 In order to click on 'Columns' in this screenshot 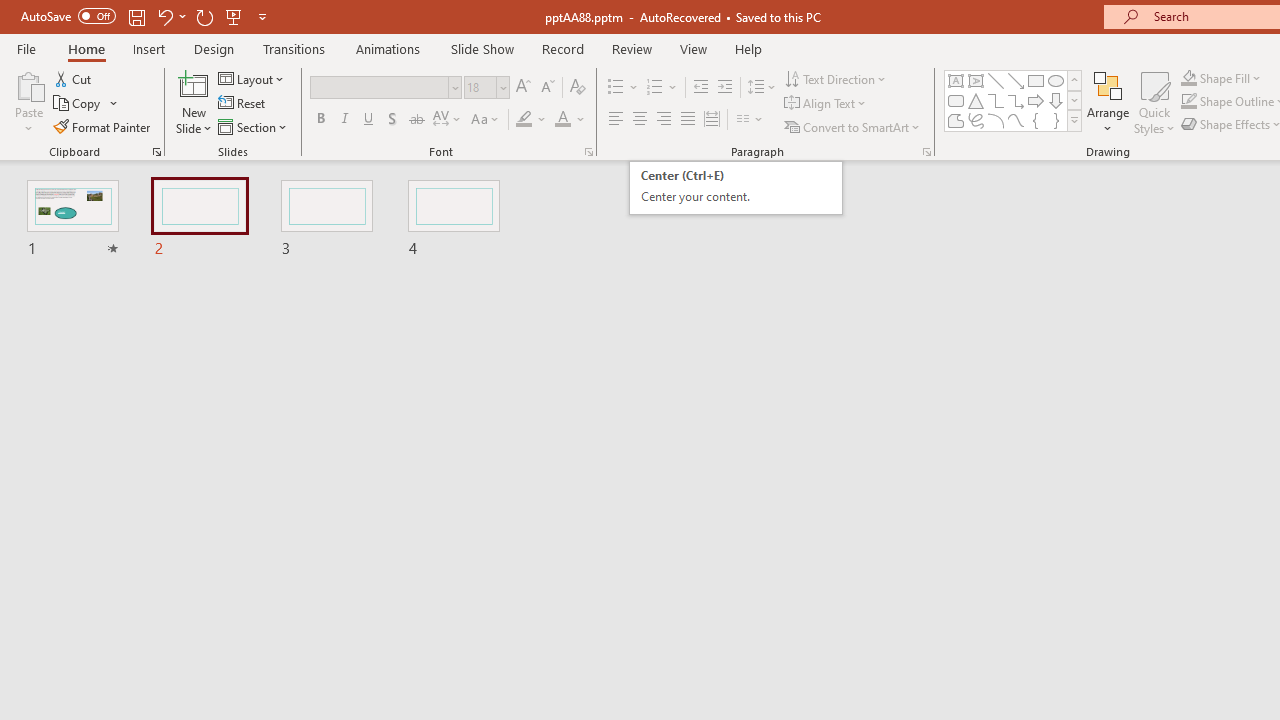, I will do `click(749, 119)`.